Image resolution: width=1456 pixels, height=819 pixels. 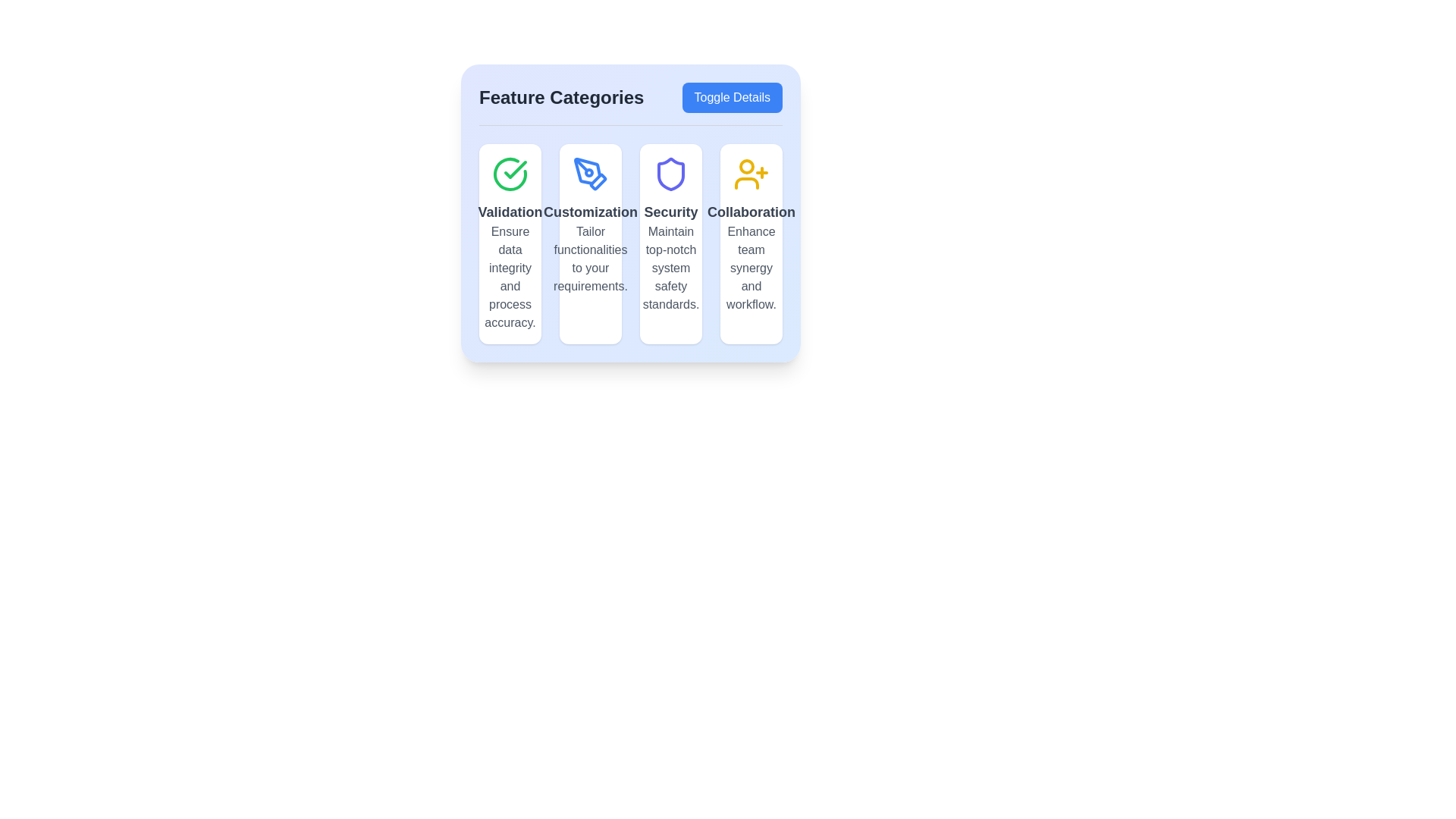 I want to click on the 'Customization' icon located in the top-center area of the second feature card, so click(x=589, y=174).